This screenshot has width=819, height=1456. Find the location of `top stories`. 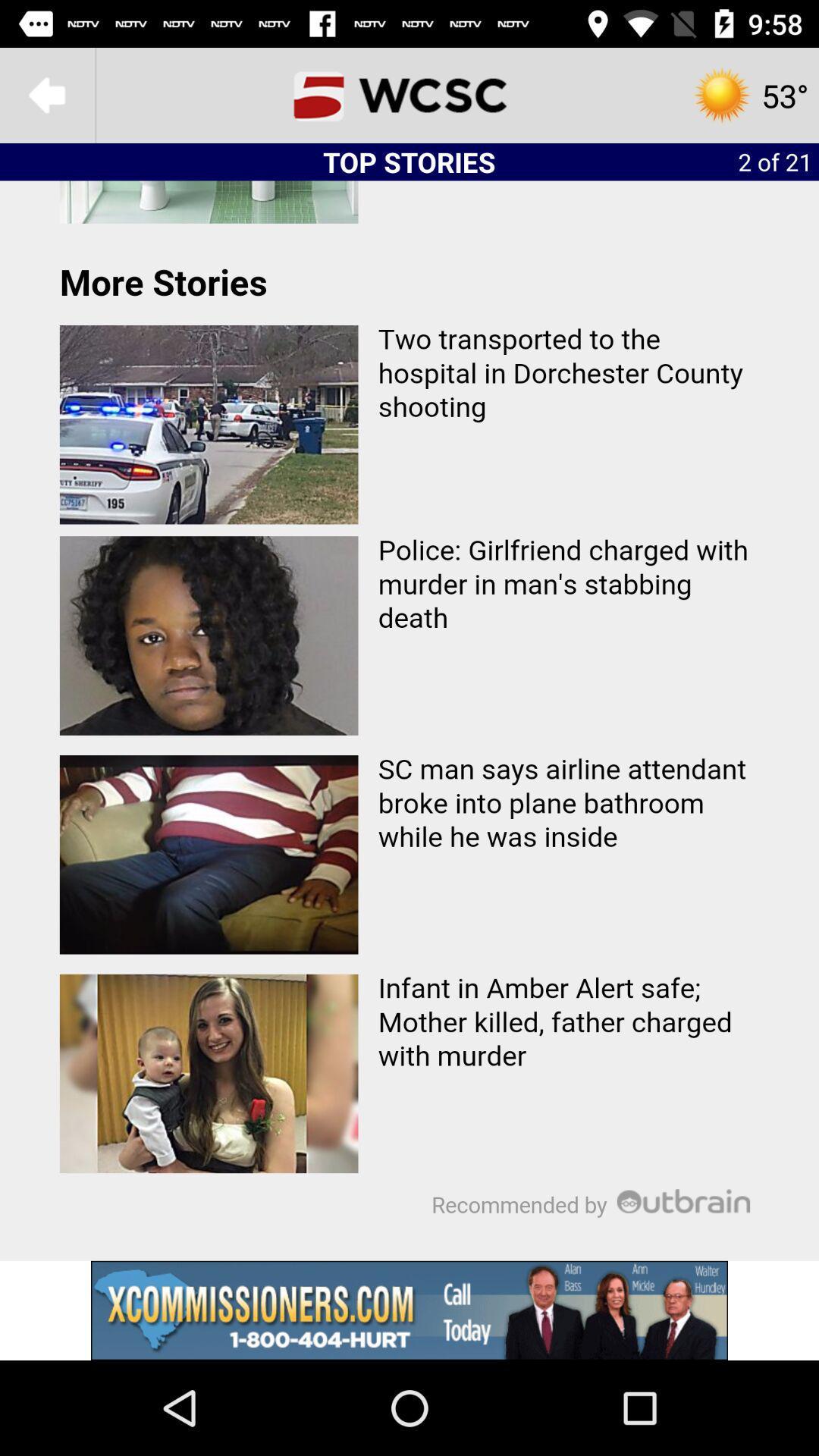

top stories is located at coordinates (409, 720).